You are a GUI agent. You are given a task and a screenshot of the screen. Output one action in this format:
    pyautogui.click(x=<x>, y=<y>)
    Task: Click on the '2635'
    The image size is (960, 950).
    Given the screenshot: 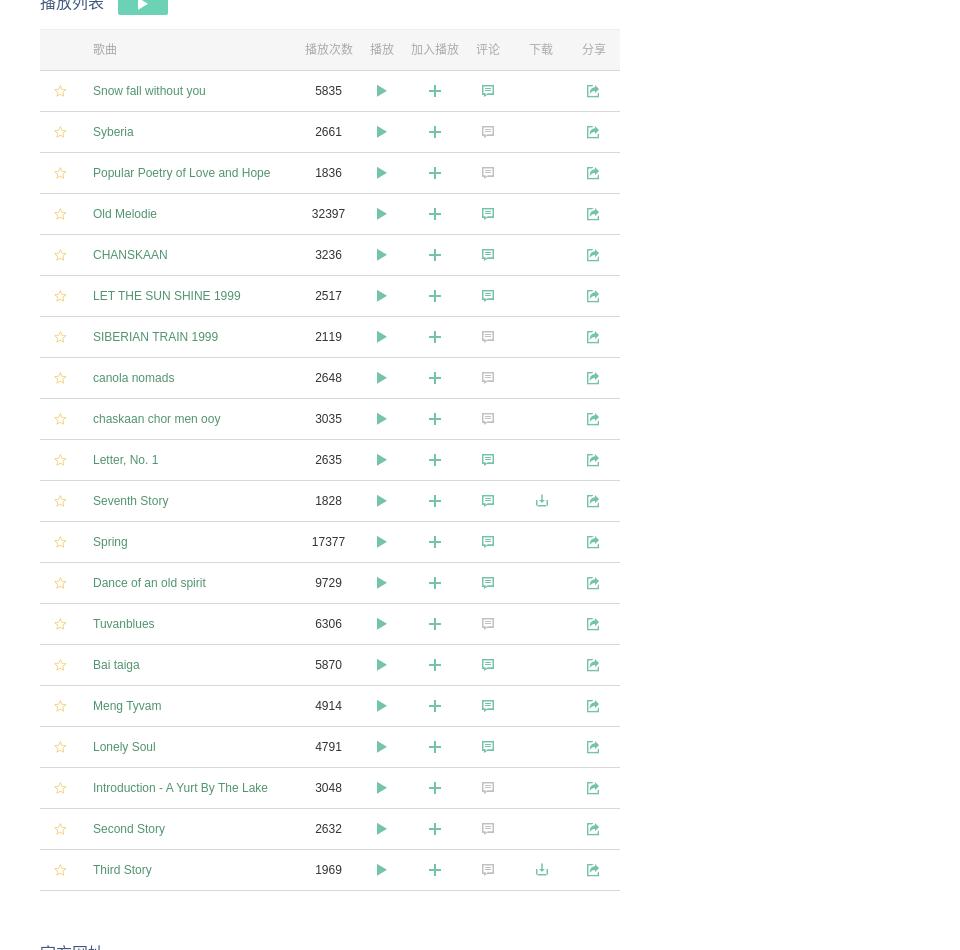 What is the action you would take?
    pyautogui.click(x=328, y=458)
    